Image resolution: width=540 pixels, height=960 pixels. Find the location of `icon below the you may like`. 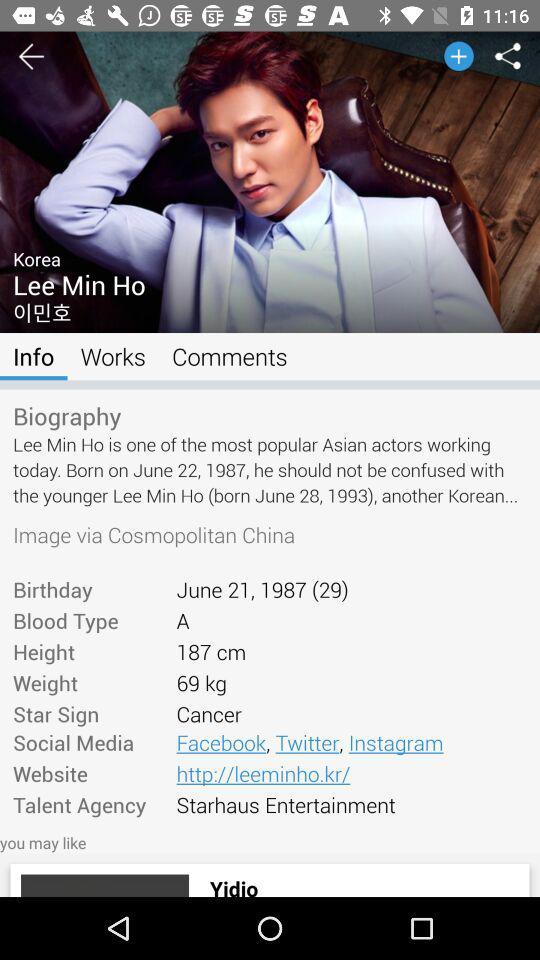

icon below the you may like is located at coordinates (104, 884).